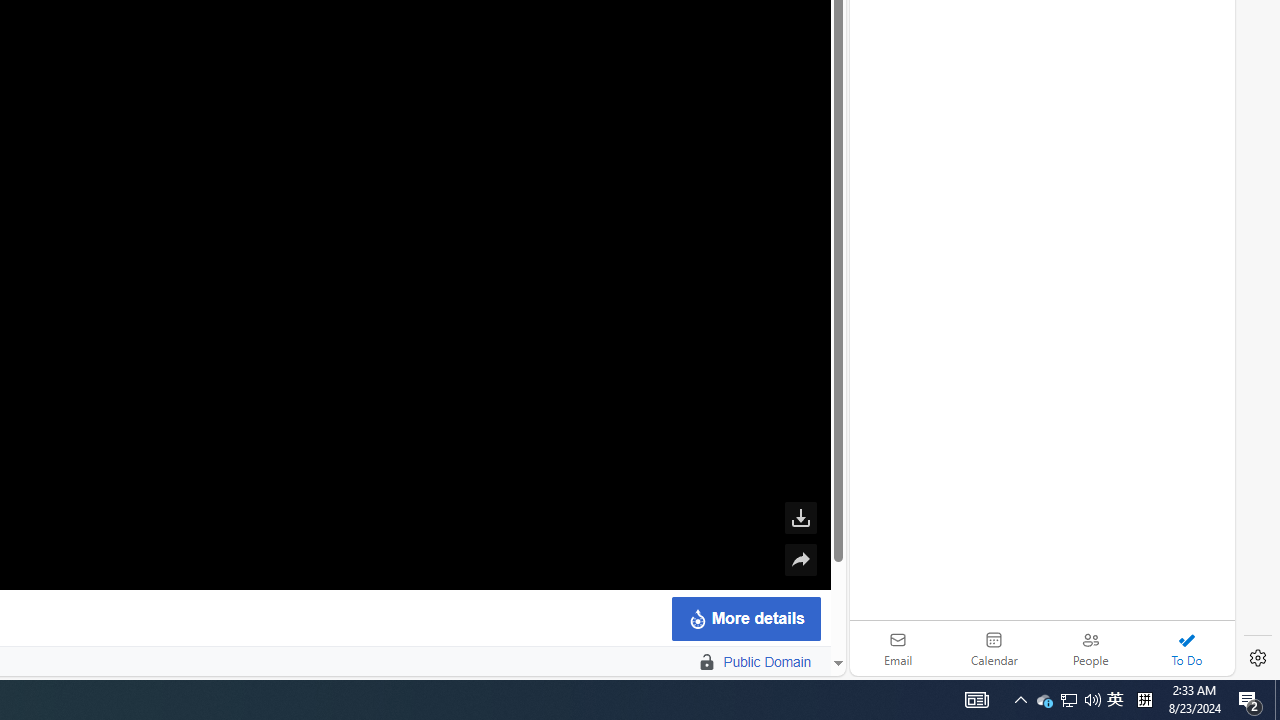  I want to click on 'Download this file', so click(800, 517).